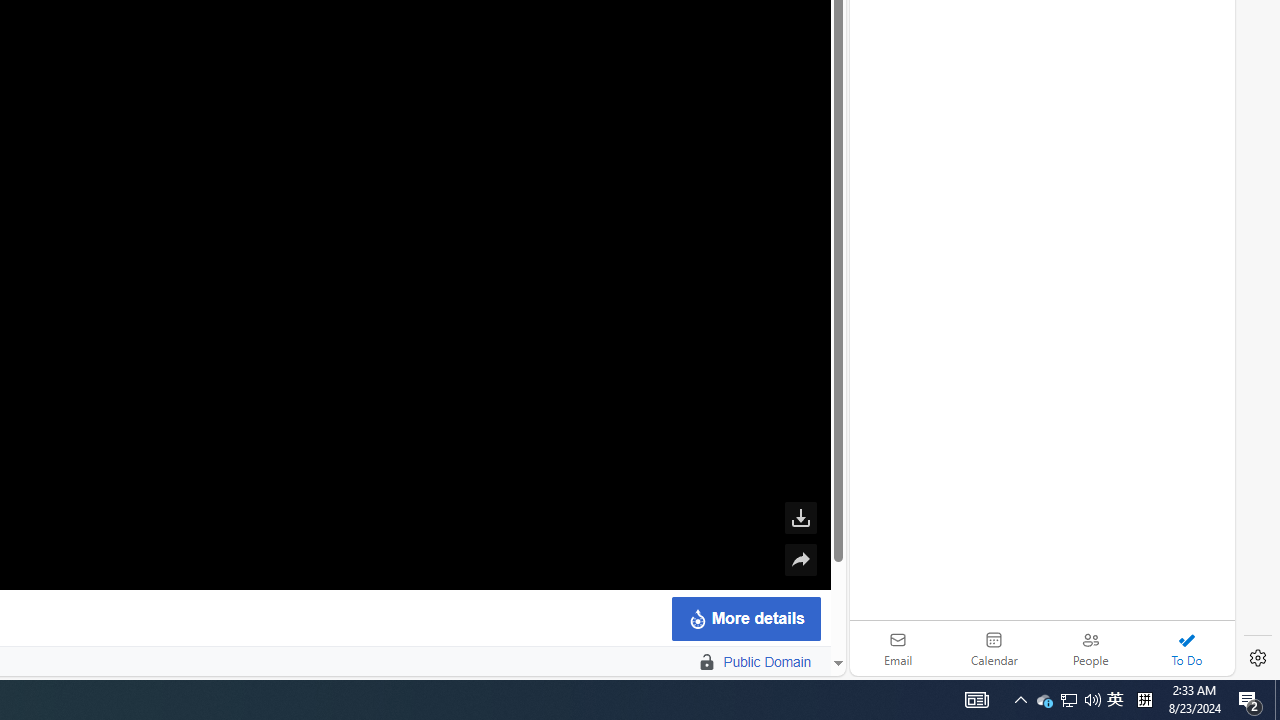  I want to click on 'Download this file', so click(800, 517).